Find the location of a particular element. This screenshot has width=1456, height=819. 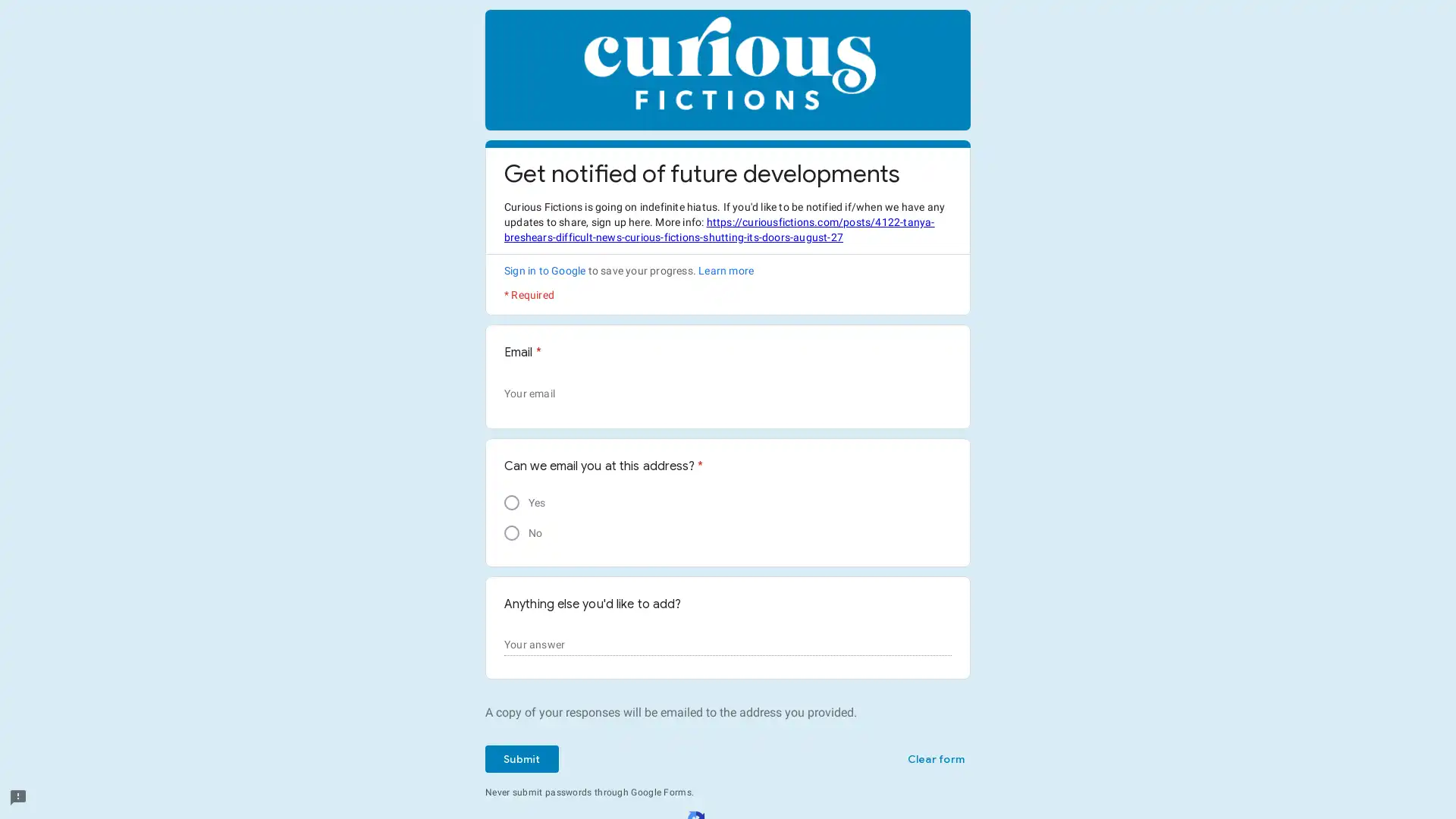

Submit is located at coordinates (521, 759).